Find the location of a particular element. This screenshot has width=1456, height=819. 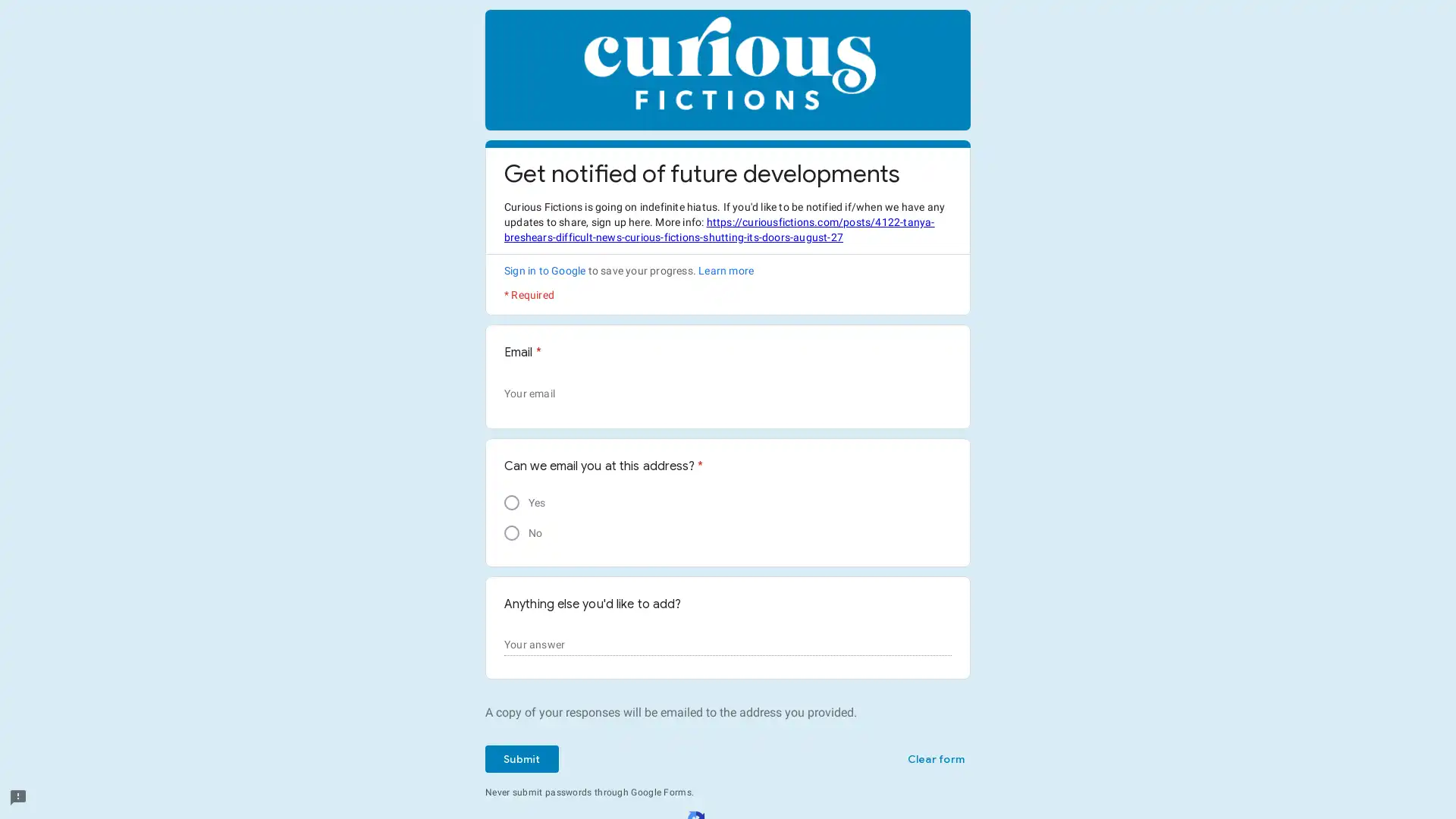

Submit is located at coordinates (521, 759).